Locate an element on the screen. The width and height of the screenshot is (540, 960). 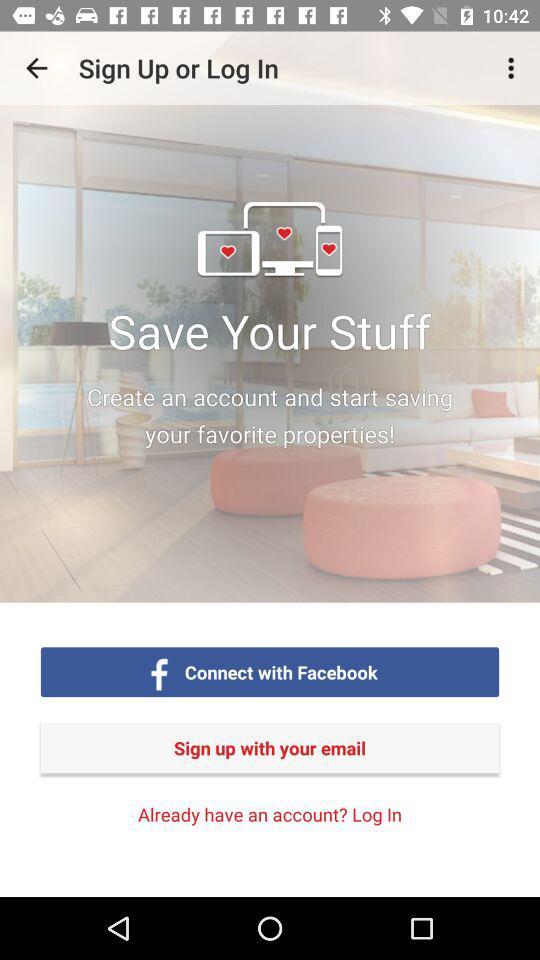
the icon above sign up with item is located at coordinates (36, 68).